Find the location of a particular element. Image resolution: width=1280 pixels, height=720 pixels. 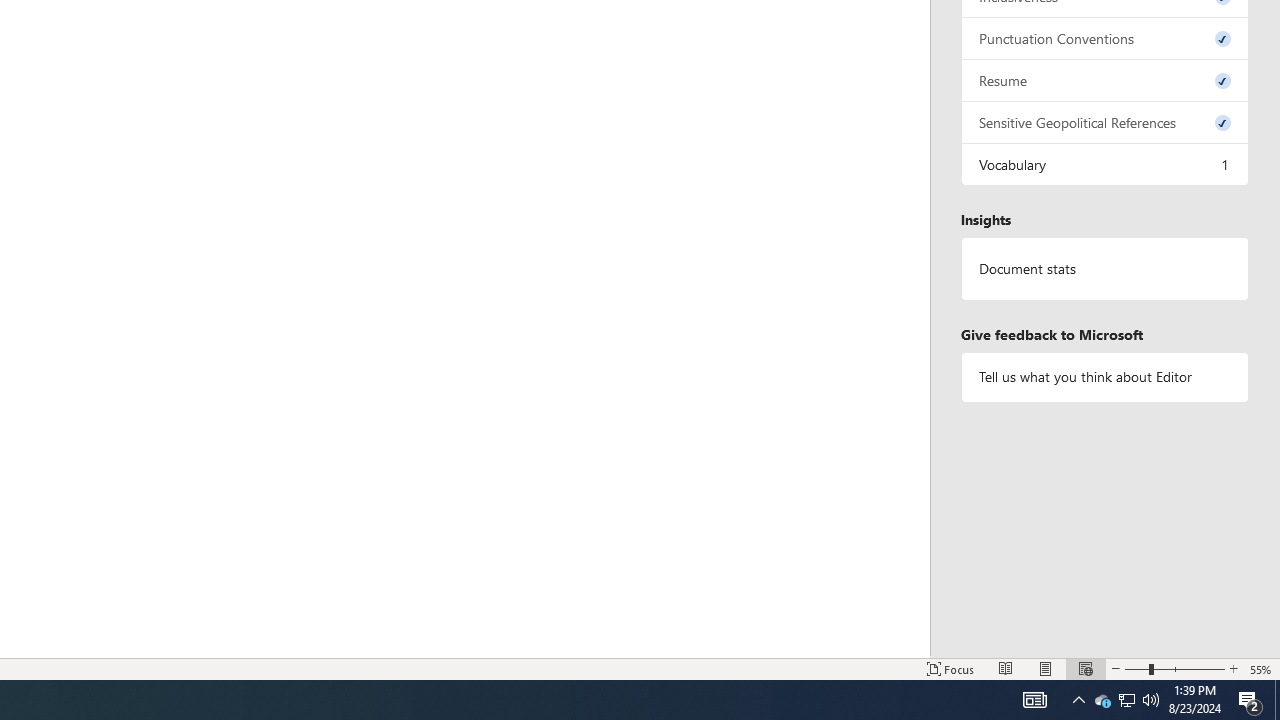

'Zoom 55%' is located at coordinates (1260, 669).